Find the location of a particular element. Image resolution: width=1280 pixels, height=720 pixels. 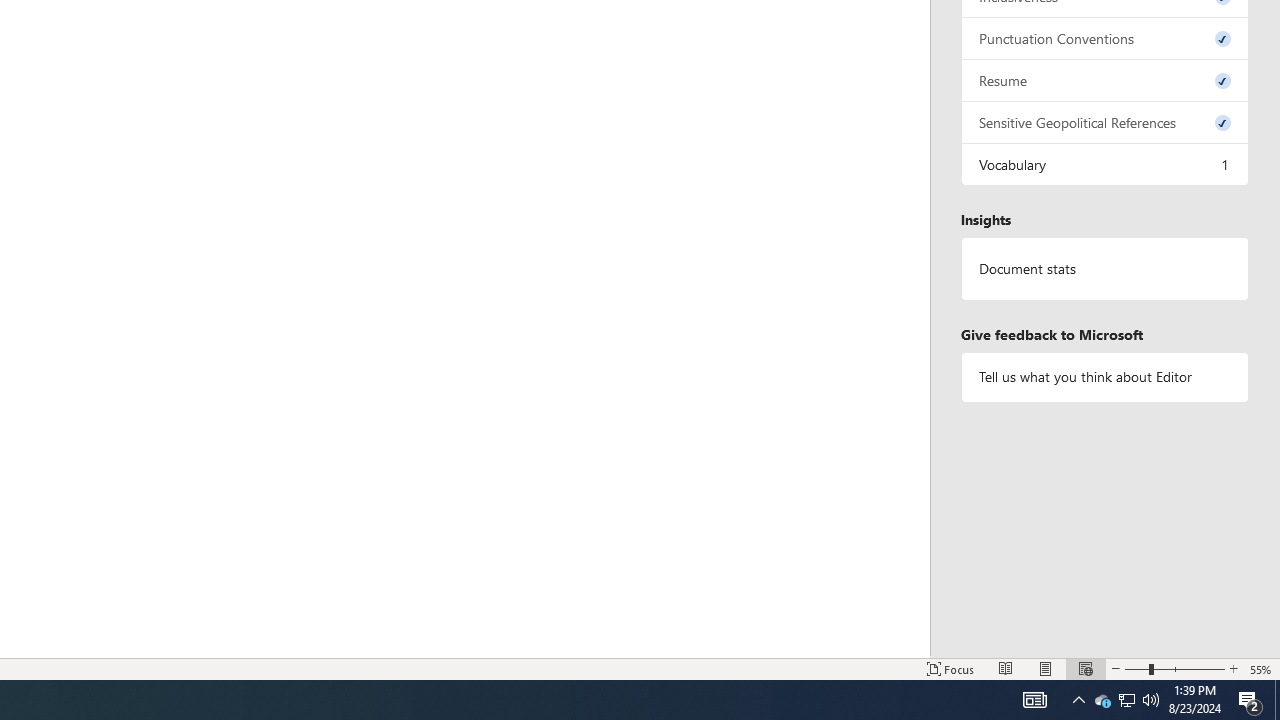

'Zoom 55%' is located at coordinates (1260, 669).